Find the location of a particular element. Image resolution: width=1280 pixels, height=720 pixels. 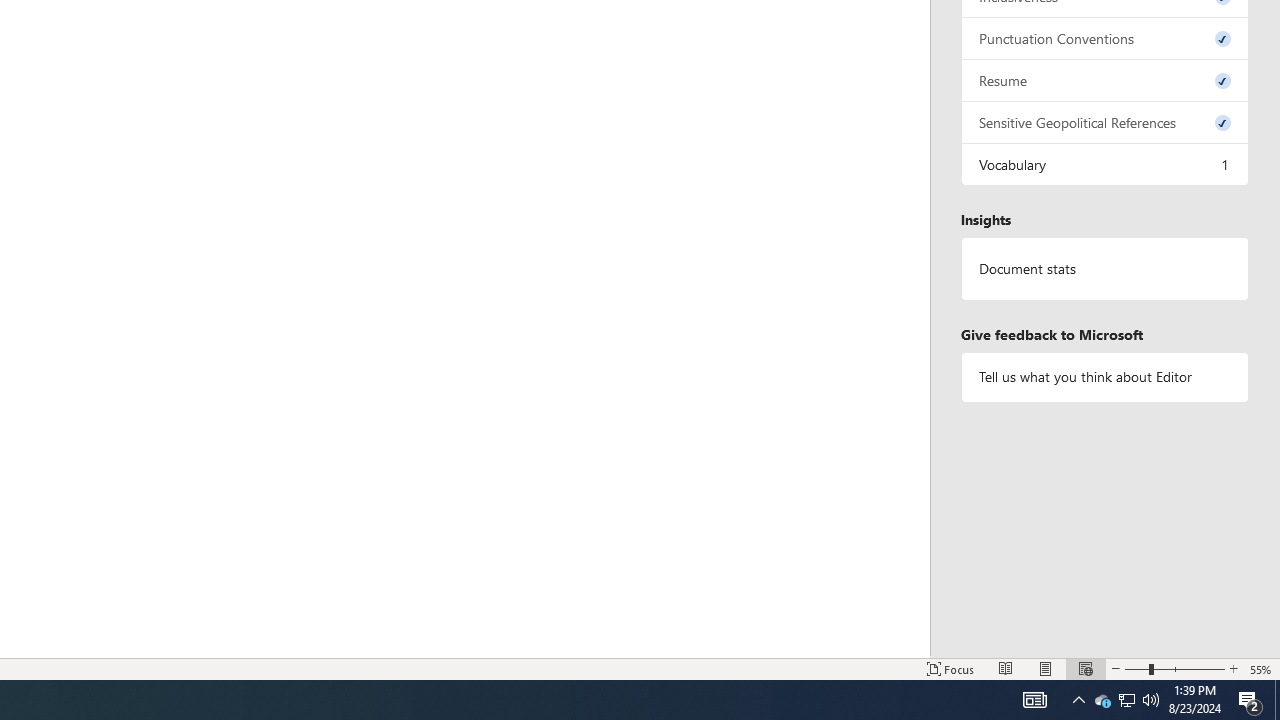

'Zoom 55%' is located at coordinates (1260, 669).